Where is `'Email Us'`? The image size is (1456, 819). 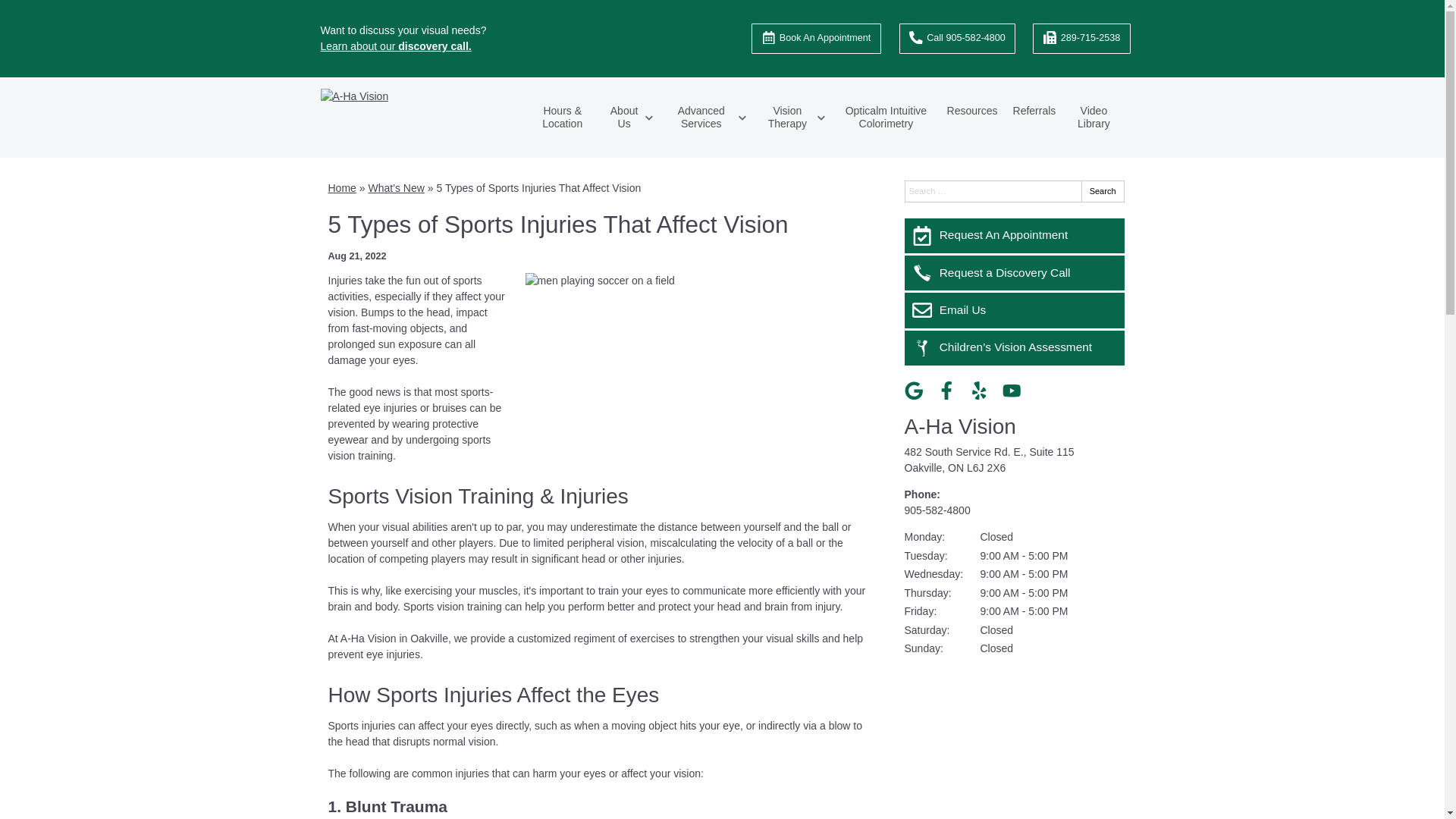 'Email Us' is located at coordinates (1014, 309).